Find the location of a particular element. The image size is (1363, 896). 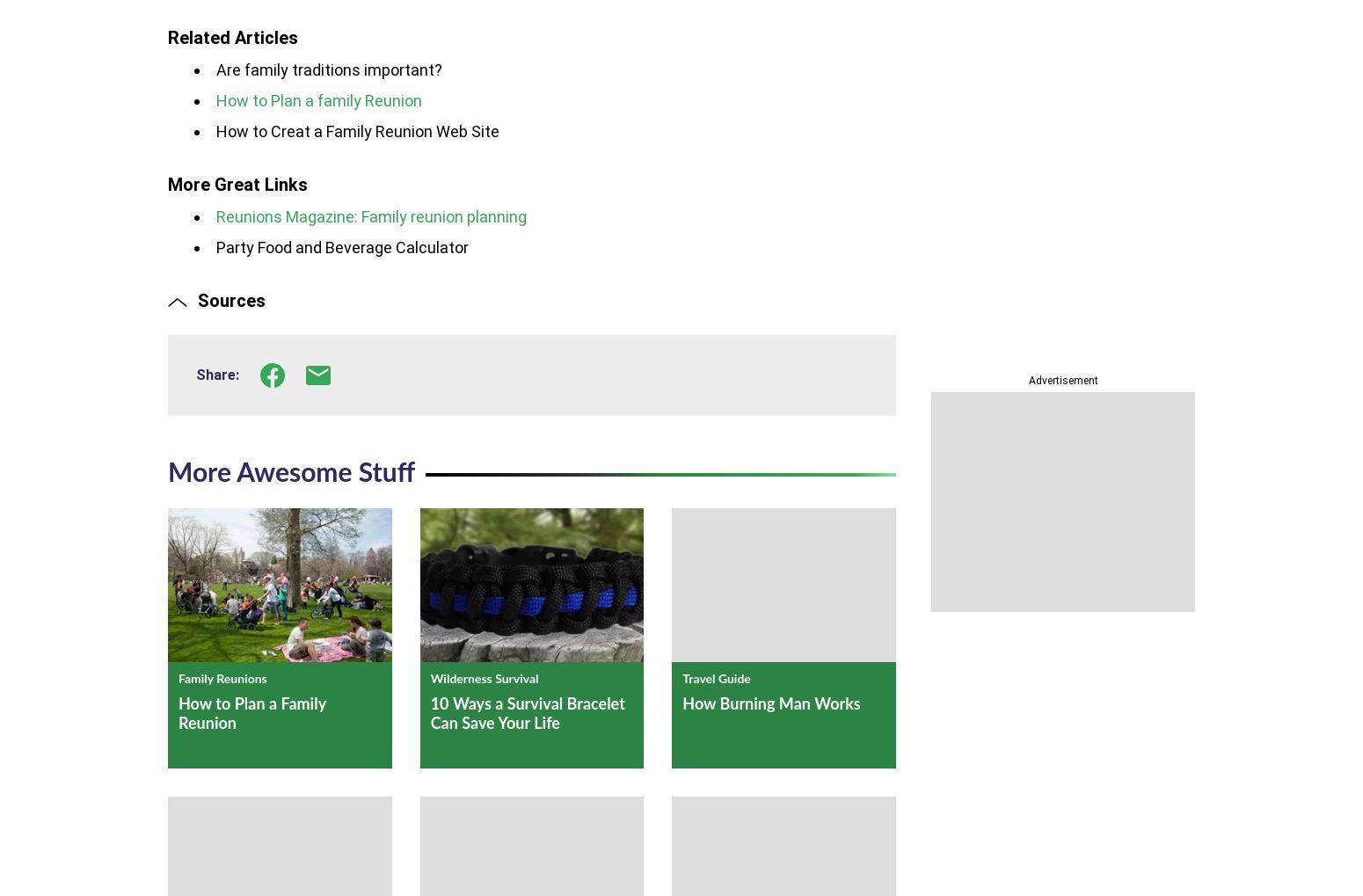

'More Great Links' is located at coordinates (237, 184).